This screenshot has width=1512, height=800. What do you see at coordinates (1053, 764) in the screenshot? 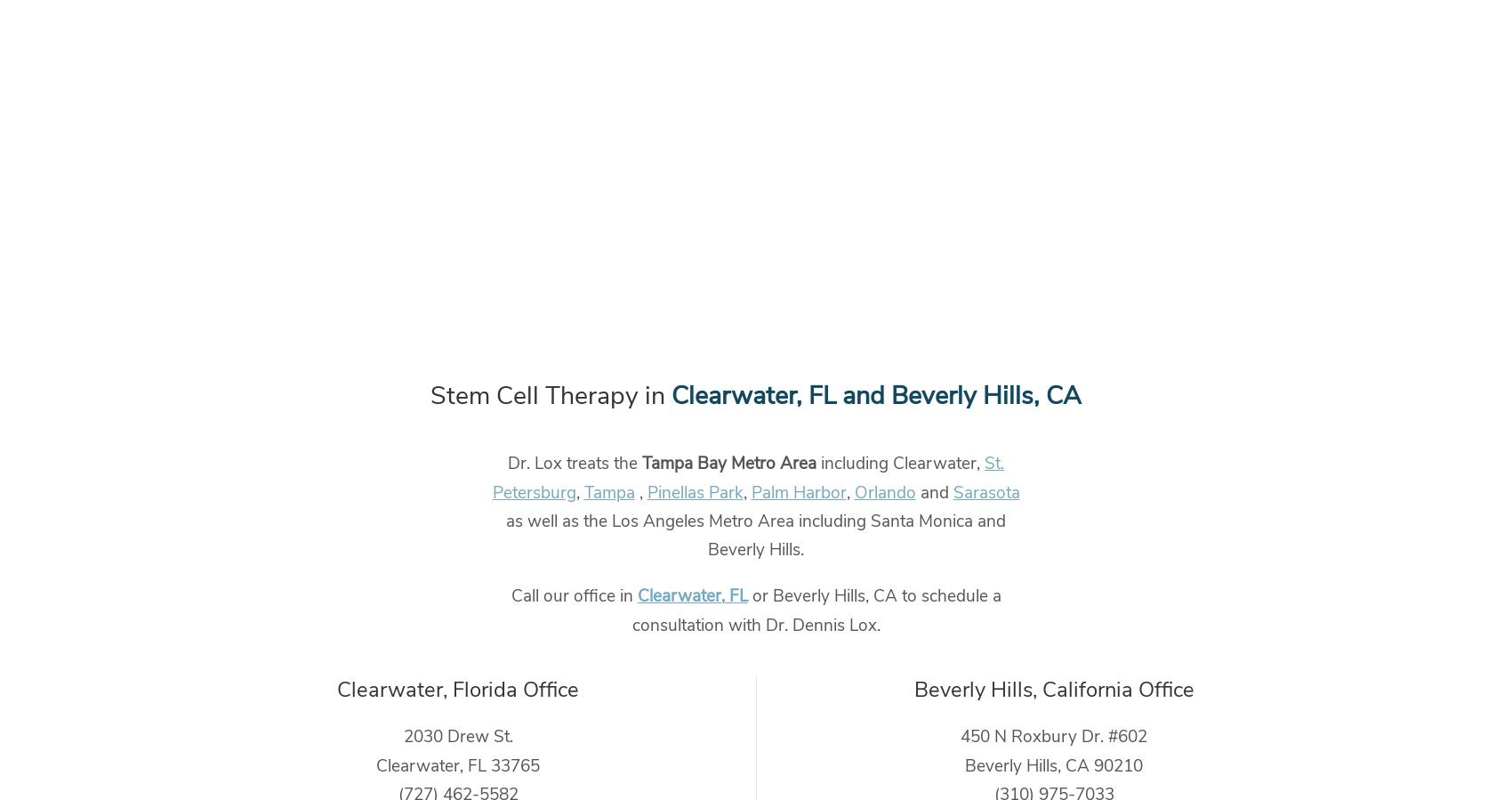
I see `'Beverly Hills, CA 90210'` at bounding box center [1053, 764].